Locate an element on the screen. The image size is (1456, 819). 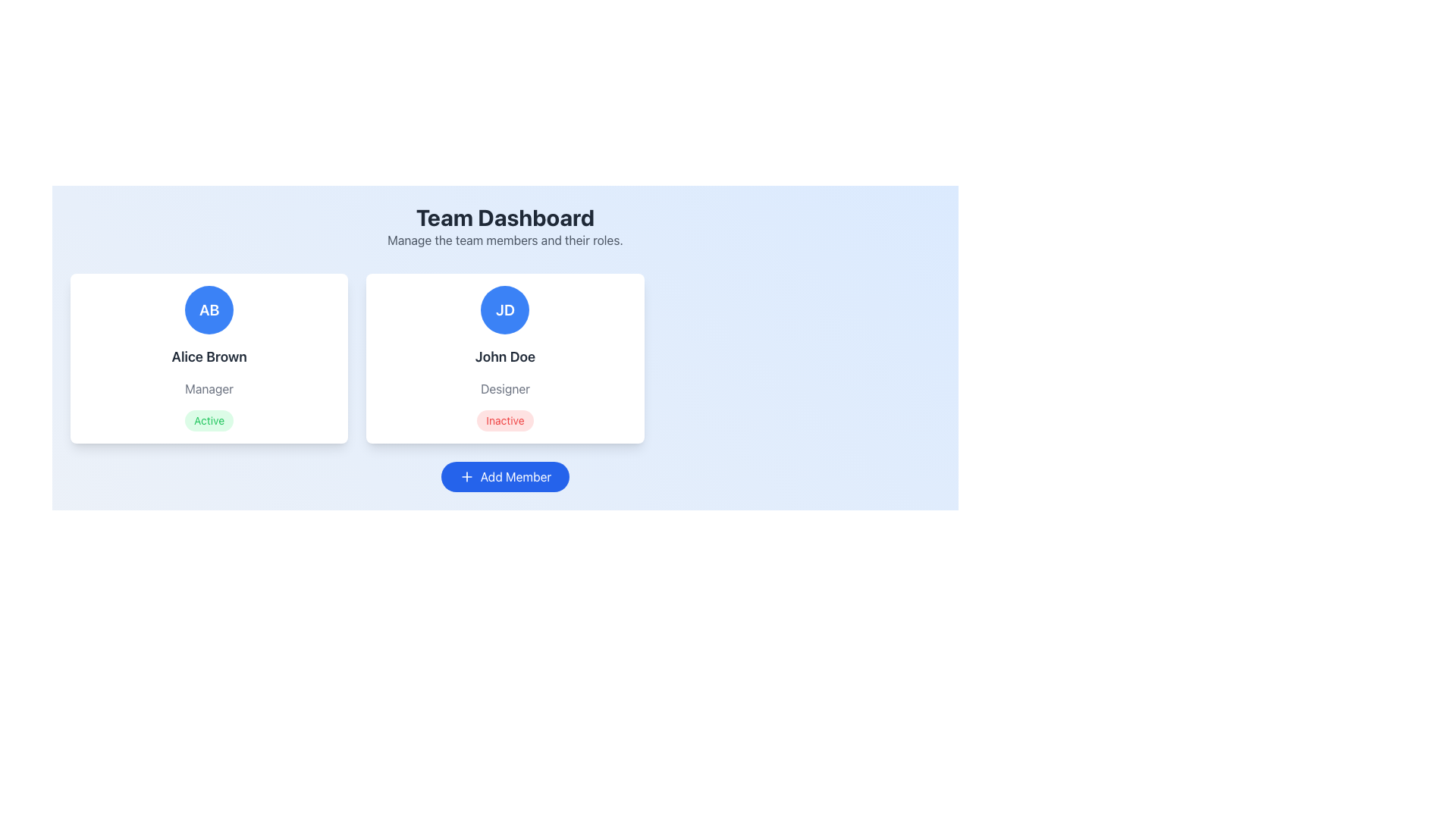
the text 'Add Member' located within a blue rounded button at the bottom center of the interface to possibly see a tooltip is located at coordinates (516, 475).